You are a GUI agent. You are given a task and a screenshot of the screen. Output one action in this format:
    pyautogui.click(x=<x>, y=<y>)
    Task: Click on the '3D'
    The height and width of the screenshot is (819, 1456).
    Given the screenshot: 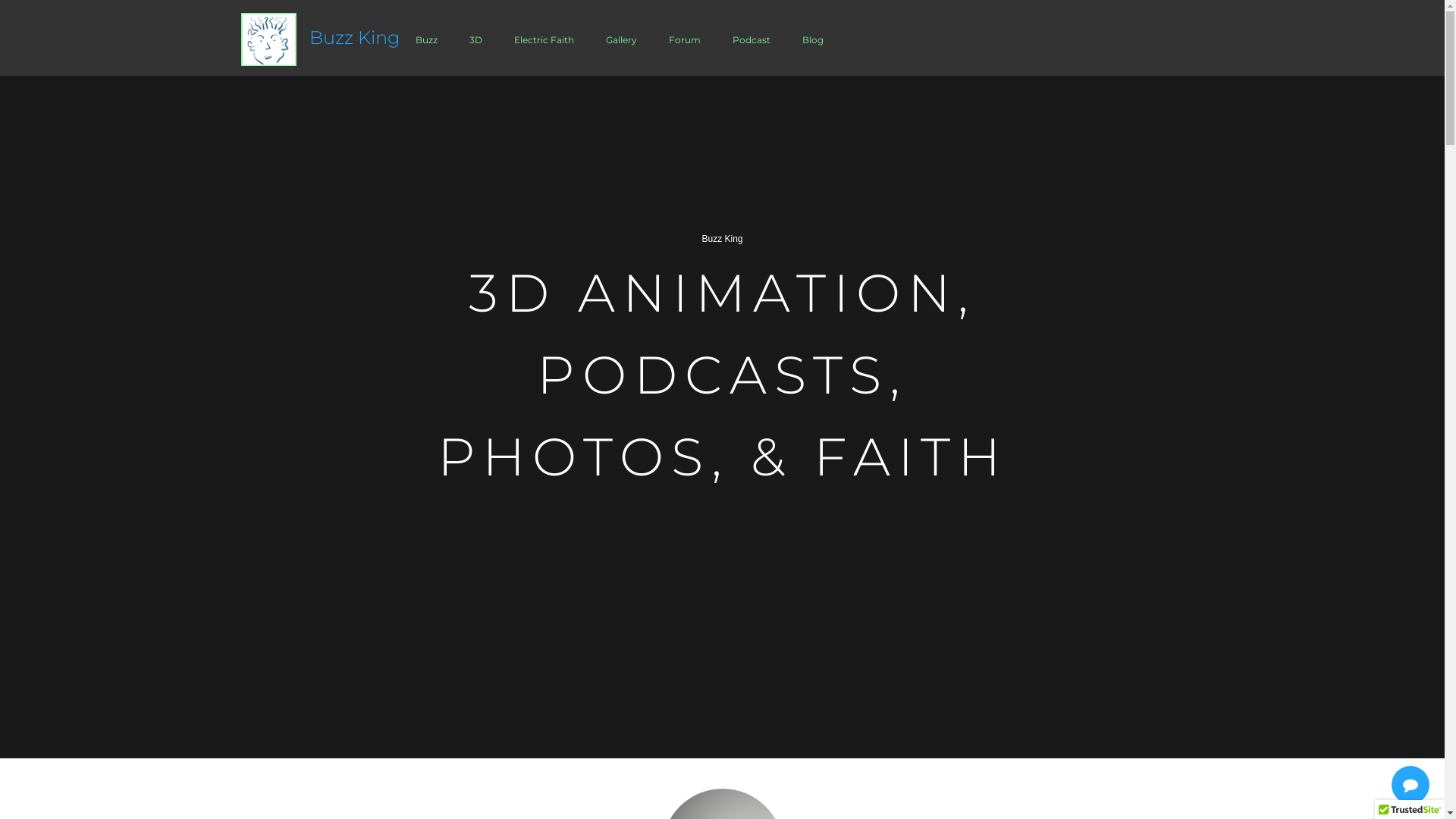 What is the action you would take?
    pyautogui.click(x=475, y=39)
    